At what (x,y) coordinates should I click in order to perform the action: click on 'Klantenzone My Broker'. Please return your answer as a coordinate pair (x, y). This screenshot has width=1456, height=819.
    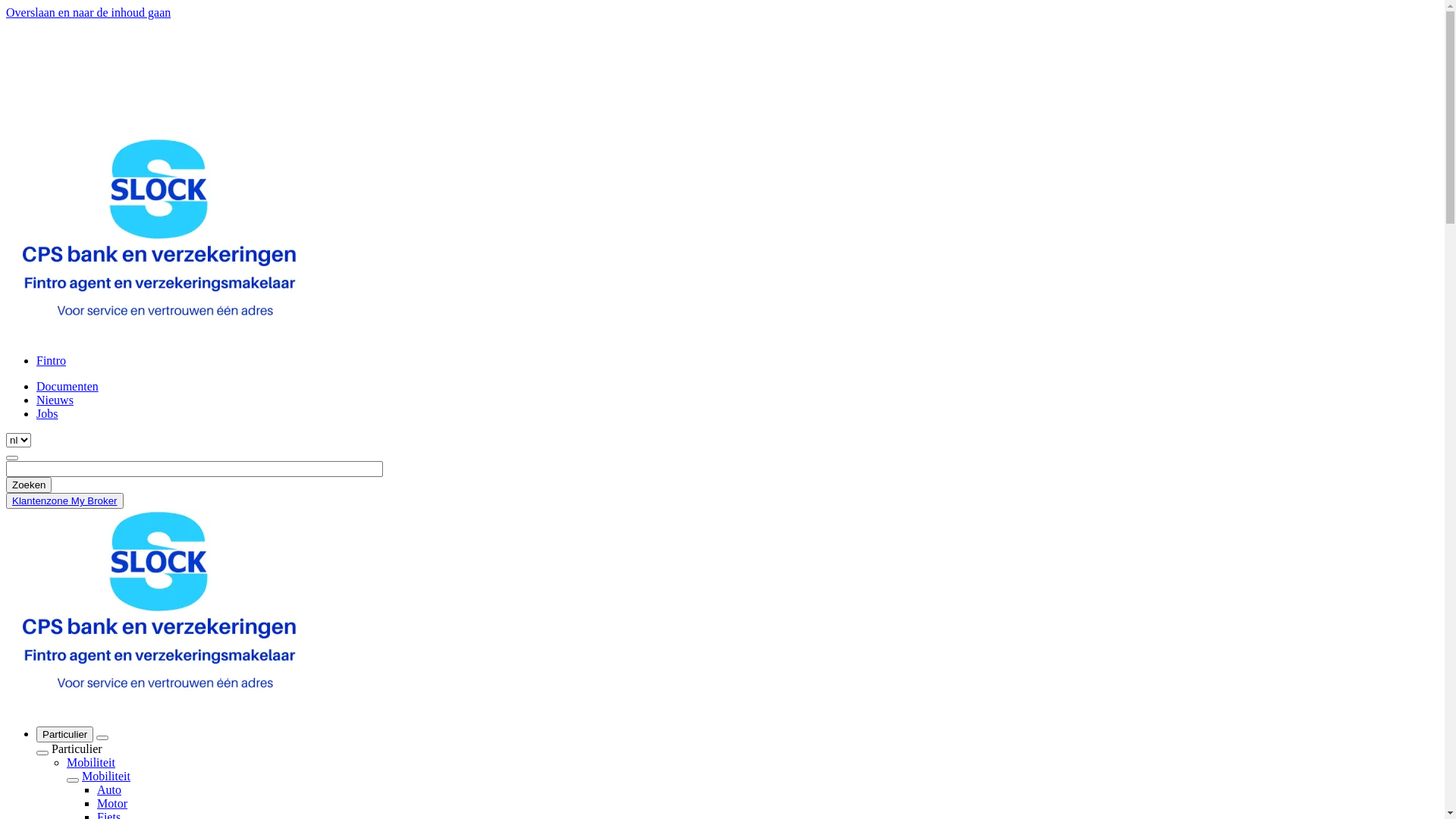
    Looking at the image, I should click on (11, 500).